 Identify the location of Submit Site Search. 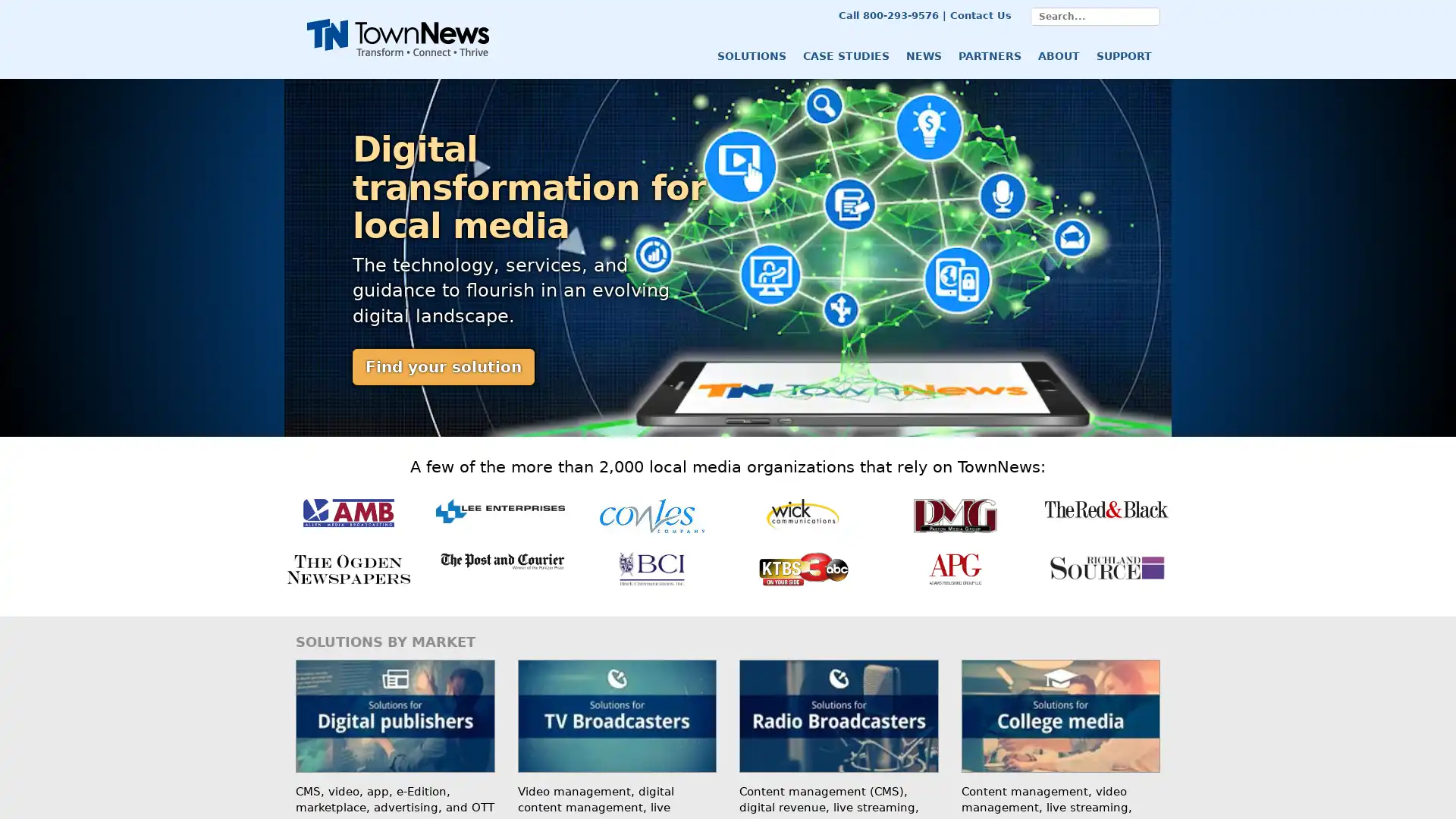
(1150, 17).